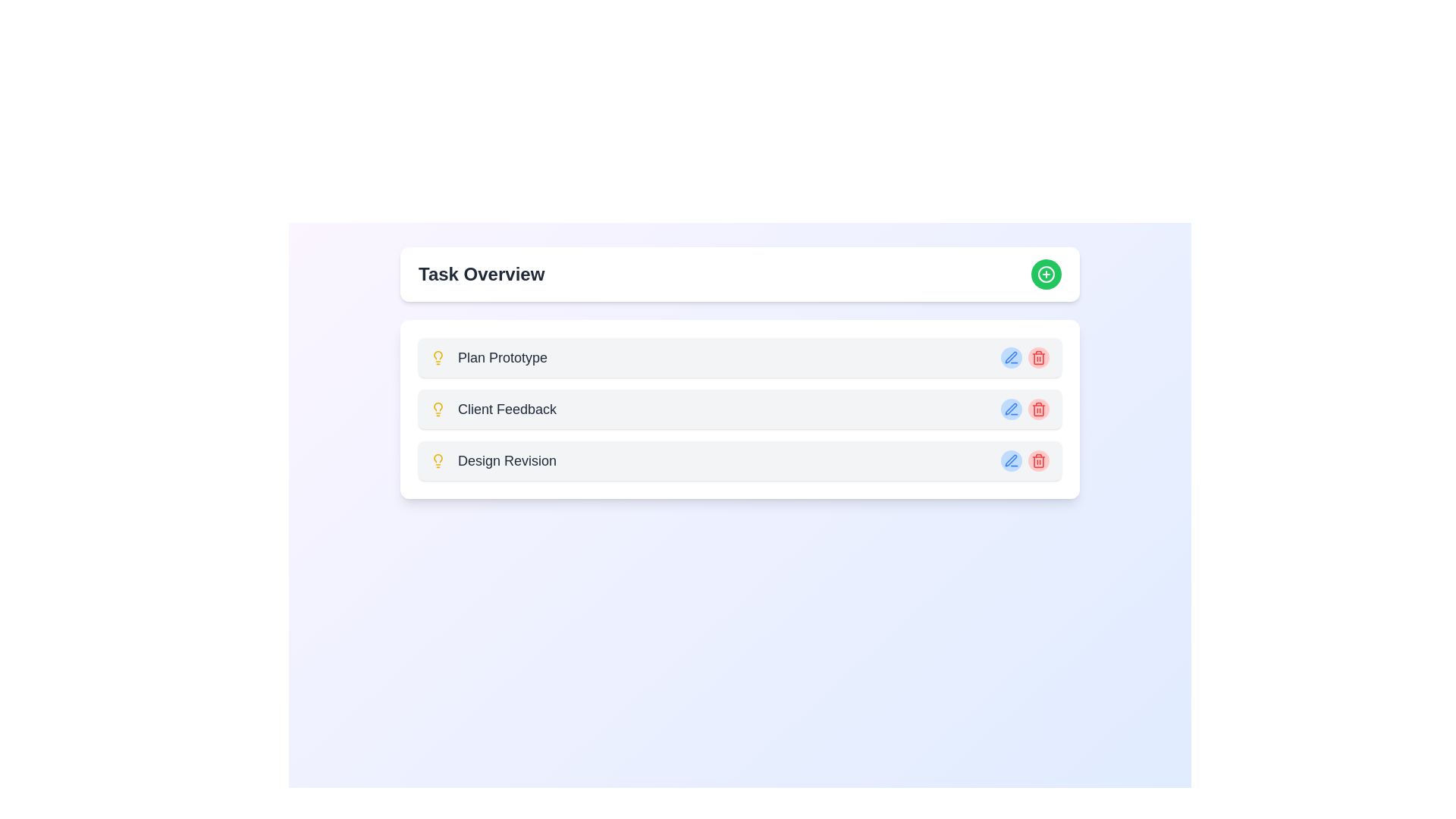 The height and width of the screenshot is (819, 1456). Describe the element at coordinates (1046, 275) in the screenshot. I see `the circular green button with a white '+' icon located in the top-right corner of the 'Task Overview' section` at that location.